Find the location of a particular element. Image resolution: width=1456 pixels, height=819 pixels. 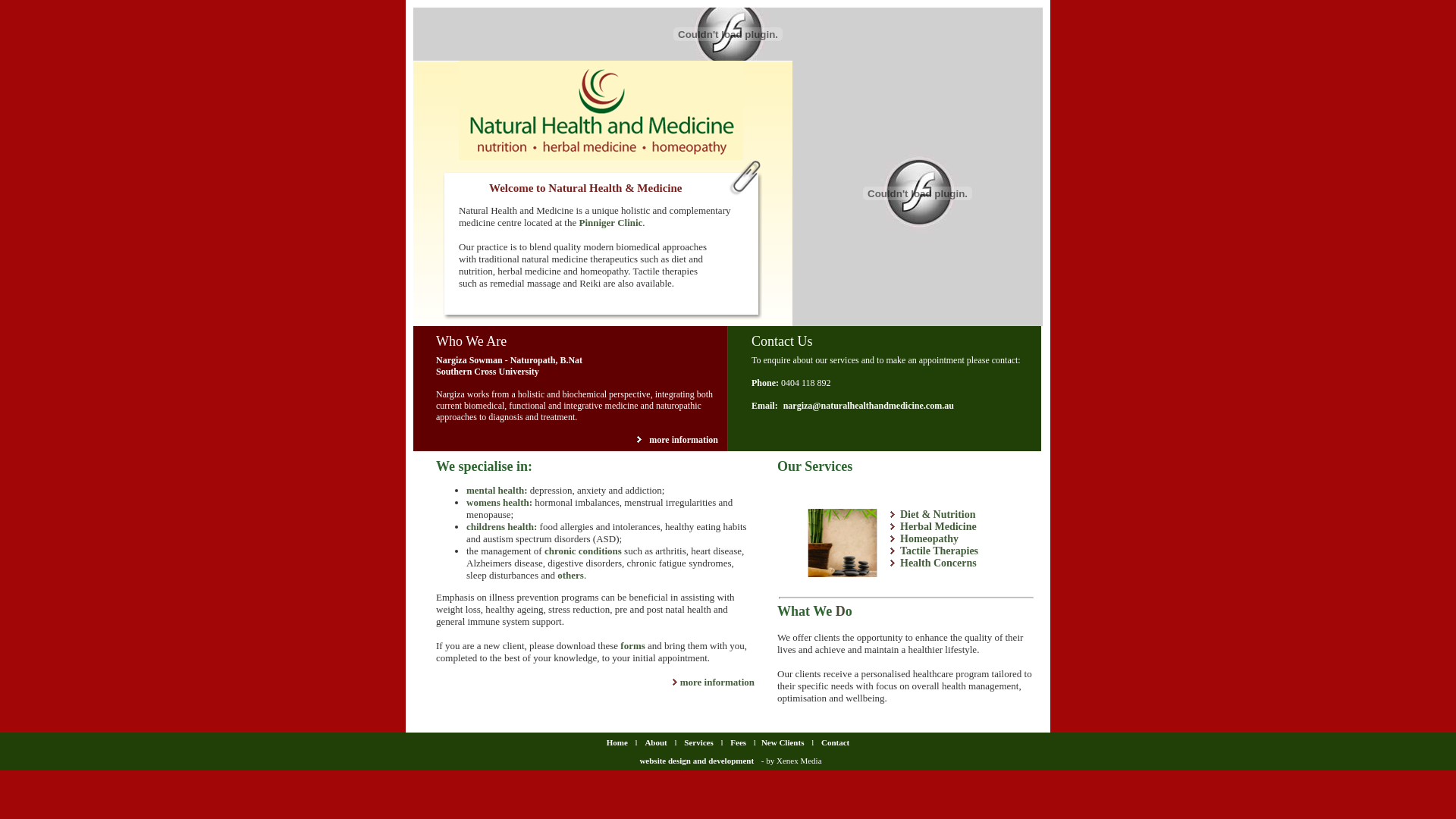

'Pinniger Clinic' is located at coordinates (610, 222).